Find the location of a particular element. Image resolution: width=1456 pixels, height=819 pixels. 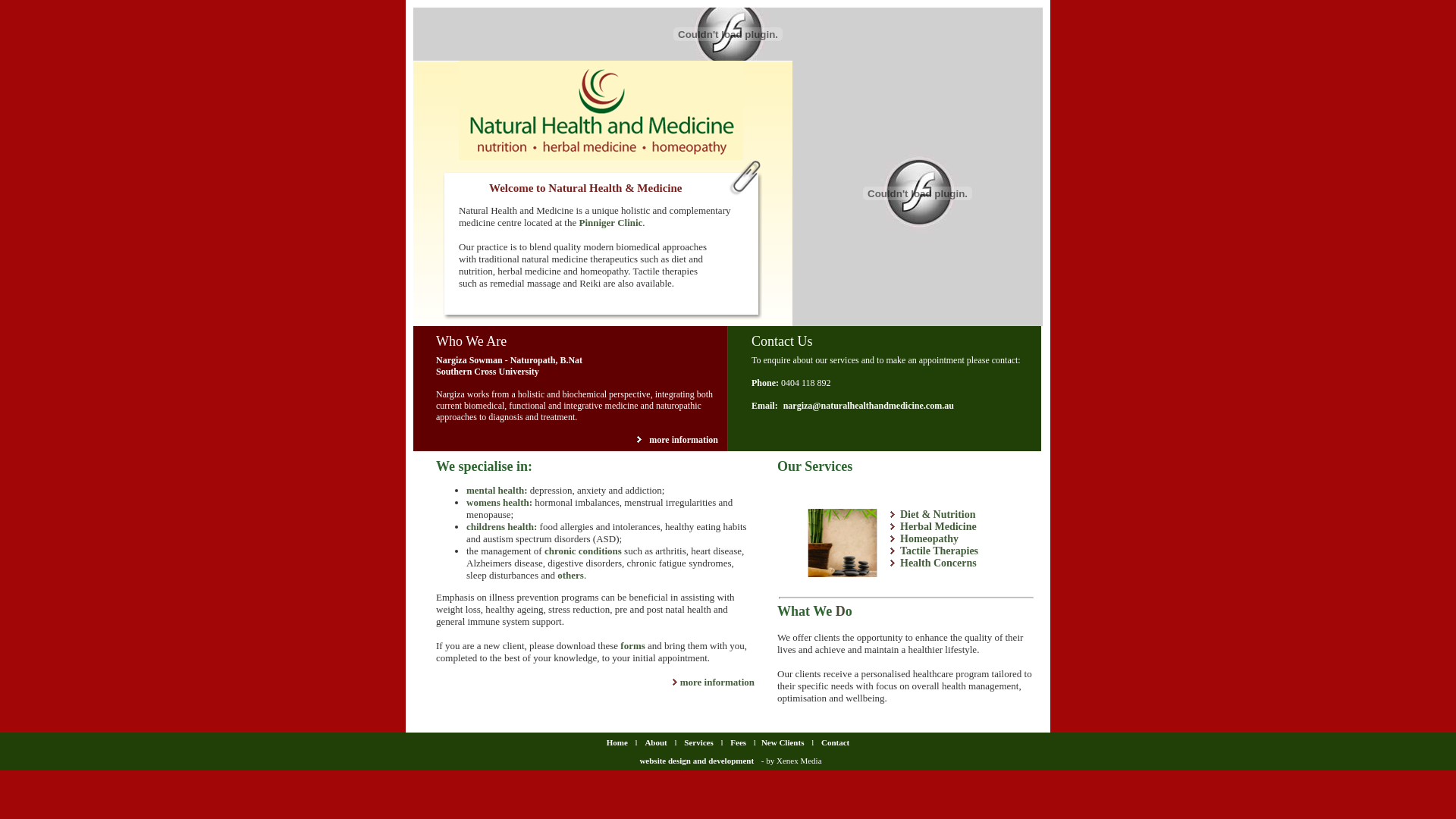

'Pinniger Clinic' is located at coordinates (610, 222).